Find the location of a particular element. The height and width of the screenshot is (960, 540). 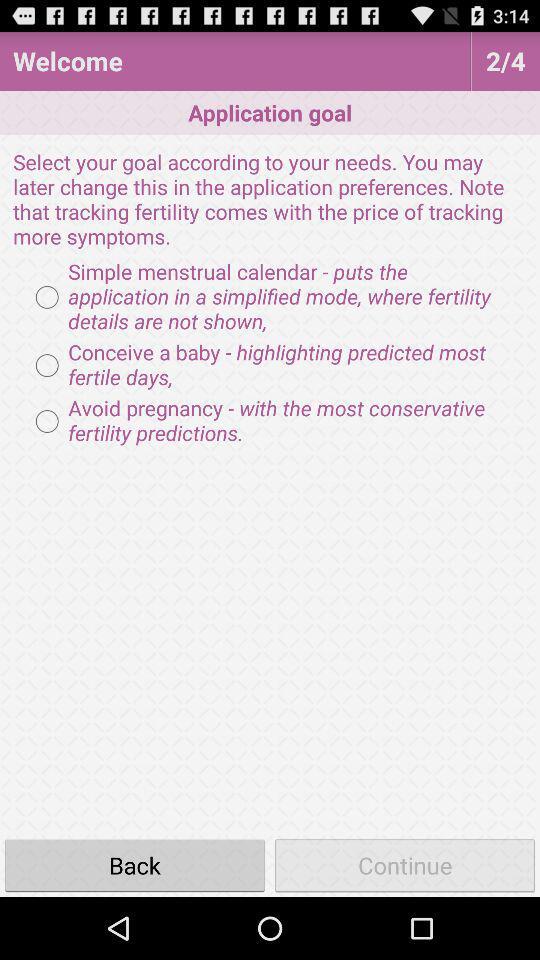

the item below the simple menstrual calendar radio button is located at coordinates (270, 364).